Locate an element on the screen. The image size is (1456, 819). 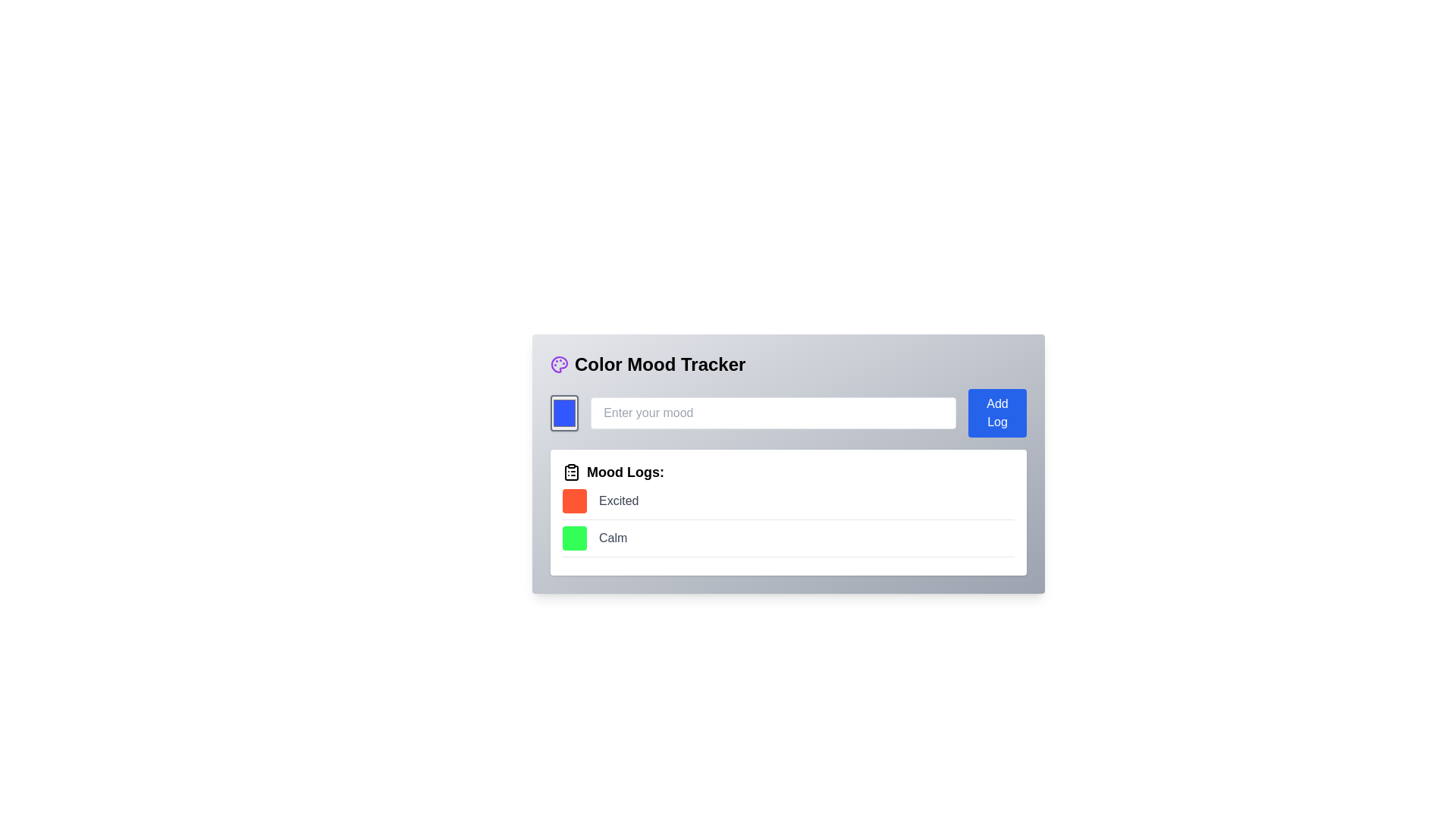
the static text label displaying 'Excited' in the 'Mood Logs' section, which is the first entry above 'Calm' is located at coordinates (619, 500).